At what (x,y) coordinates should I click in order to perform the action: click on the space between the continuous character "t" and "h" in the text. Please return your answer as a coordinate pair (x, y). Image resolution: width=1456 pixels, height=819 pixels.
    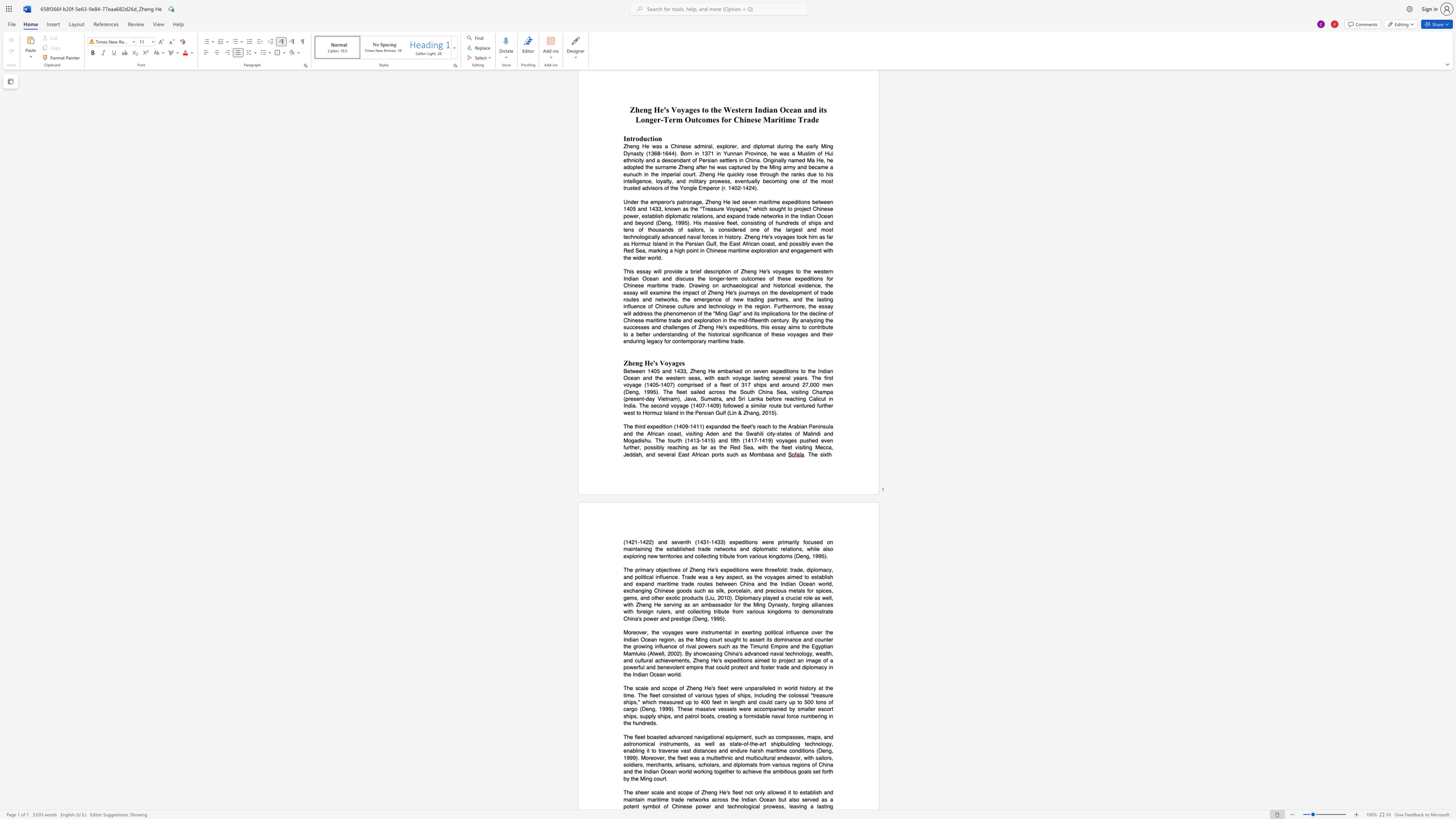
    Looking at the image, I should click on (733, 799).